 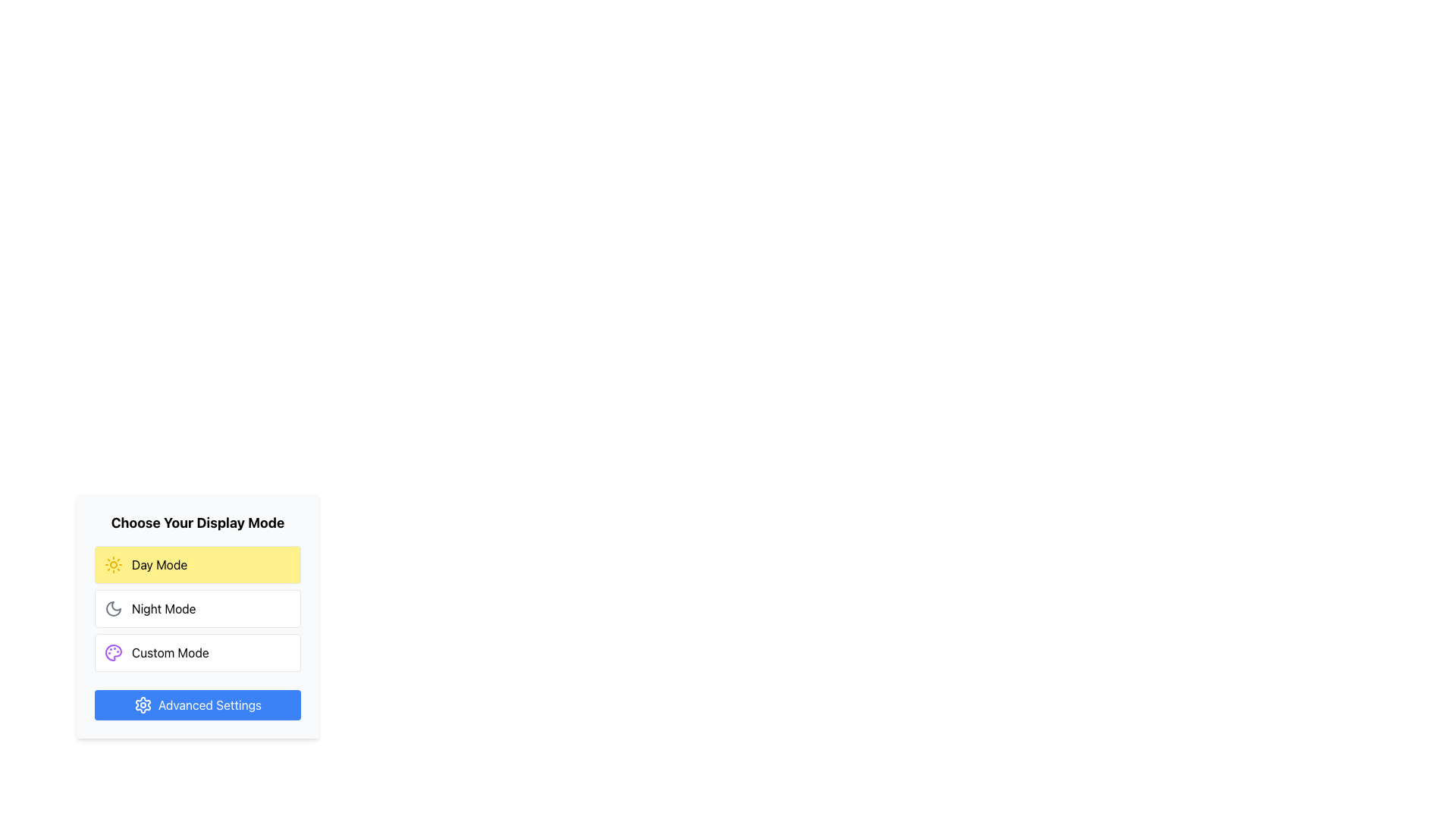 I want to click on the purple palette icon located to the left of the 'Custom Mode' label in the 'Choose Your Display Mode' options, so click(x=112, y=651).